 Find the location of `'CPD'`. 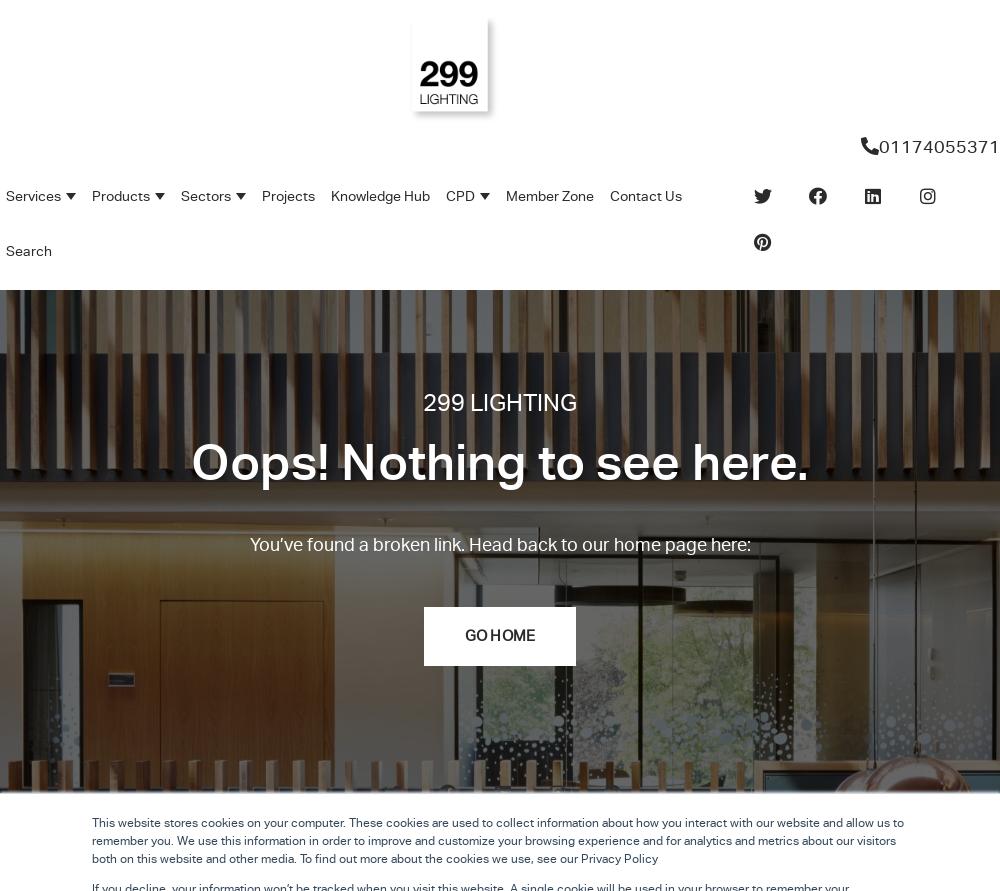

'CPD' is located at coordinates (459, 196).